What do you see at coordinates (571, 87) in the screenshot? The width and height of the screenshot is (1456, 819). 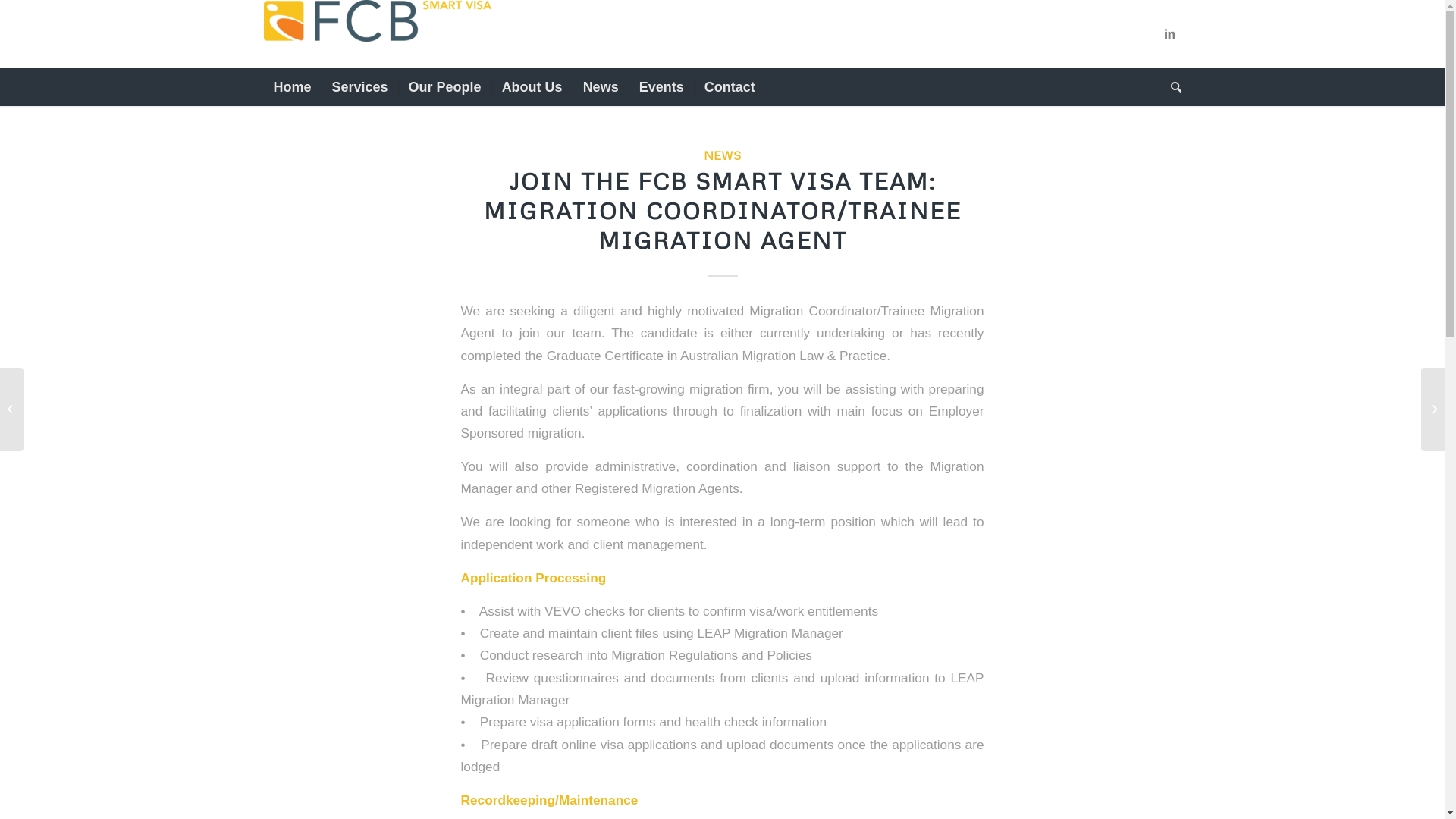 I see `'News'` at bounding box center [571, 87].